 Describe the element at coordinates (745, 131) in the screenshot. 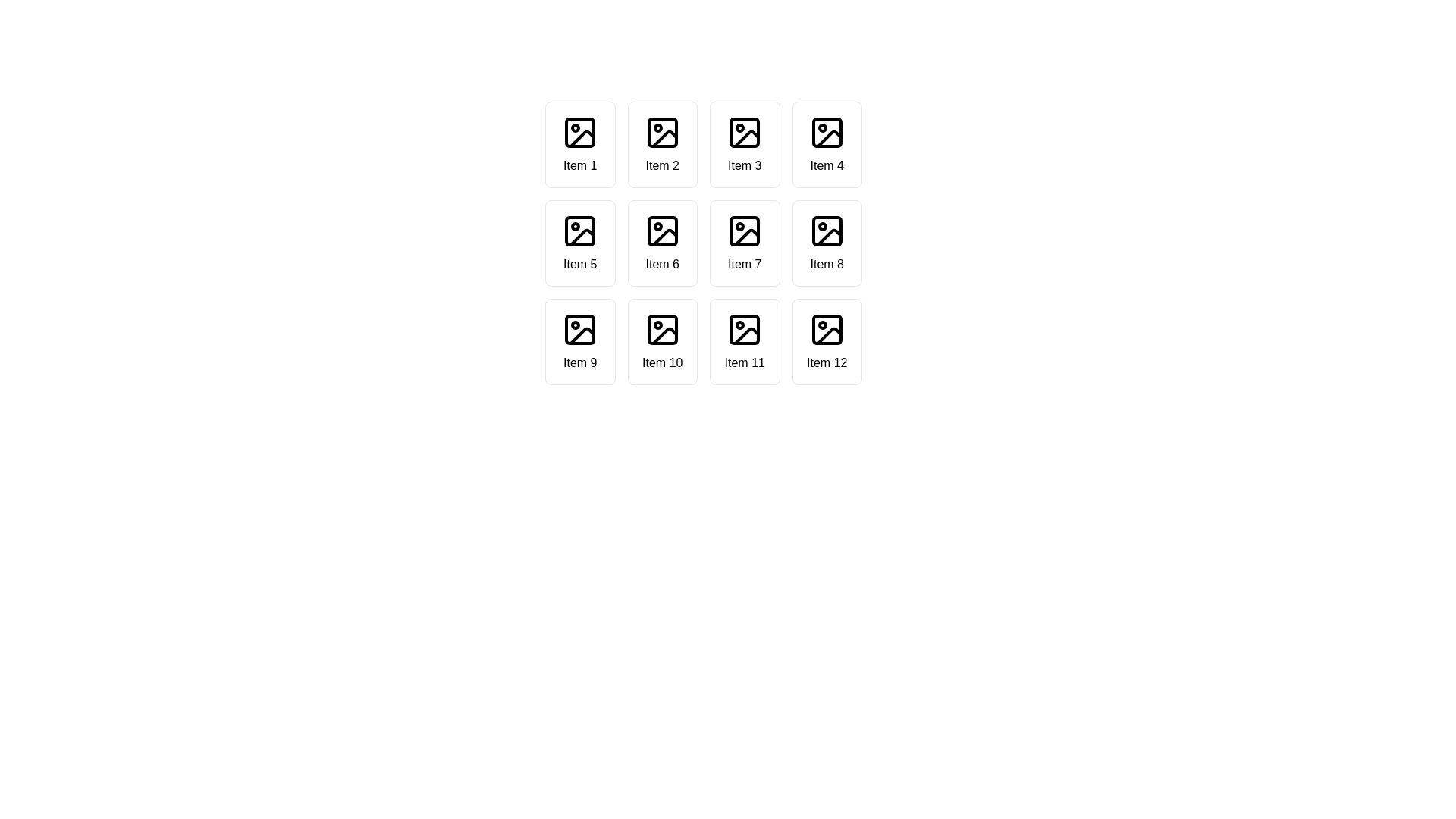

I see `the Graphic Shape, which is a visual component of an icon representing a placeholder shape within an abstract image marker design, located in the third column of the first row of a four-by-three grid layout` at that location.